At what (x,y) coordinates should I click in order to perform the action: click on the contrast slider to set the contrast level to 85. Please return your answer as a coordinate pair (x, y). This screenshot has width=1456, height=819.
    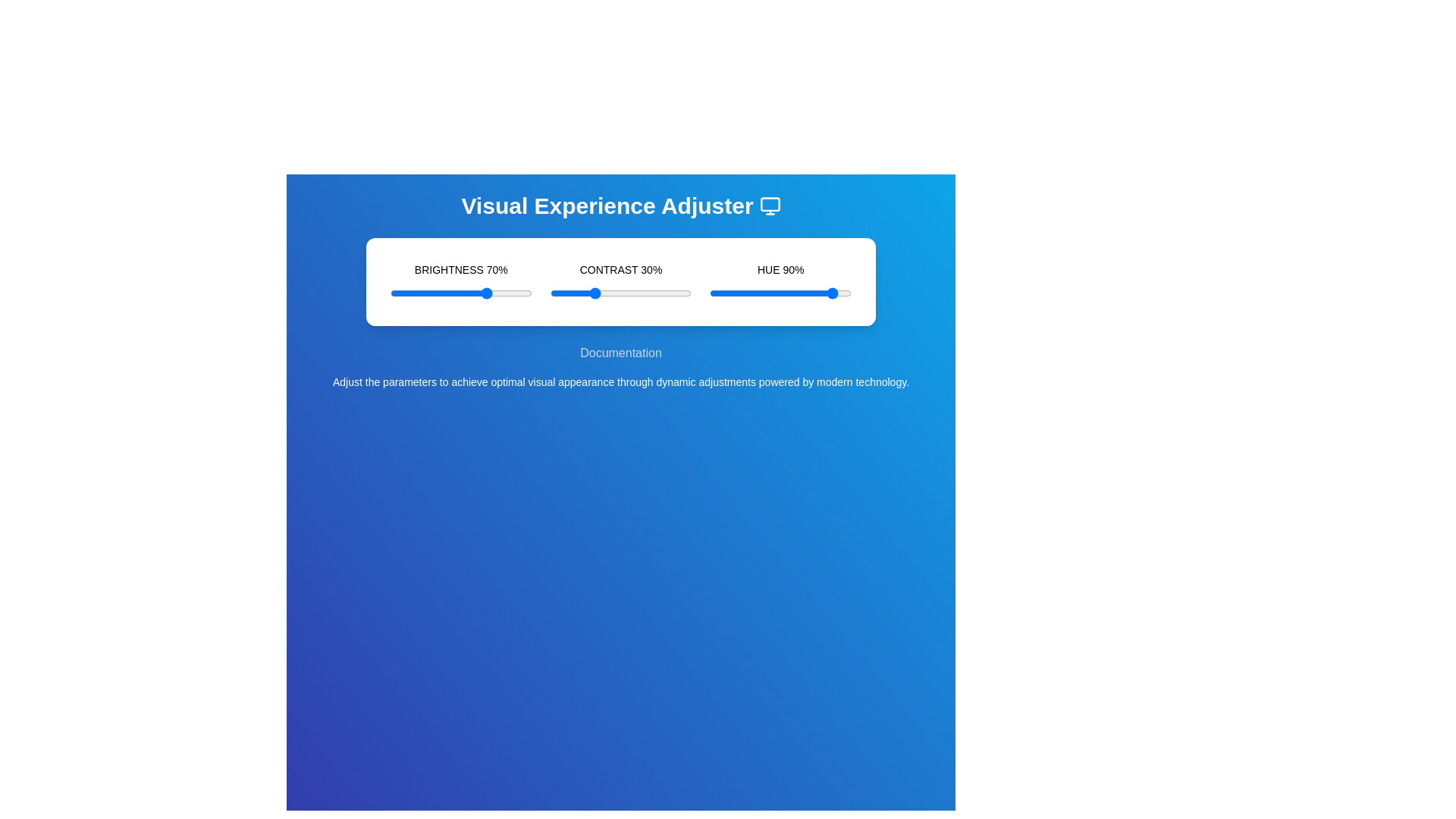
    Looking at the image, I should click on (670, 293).